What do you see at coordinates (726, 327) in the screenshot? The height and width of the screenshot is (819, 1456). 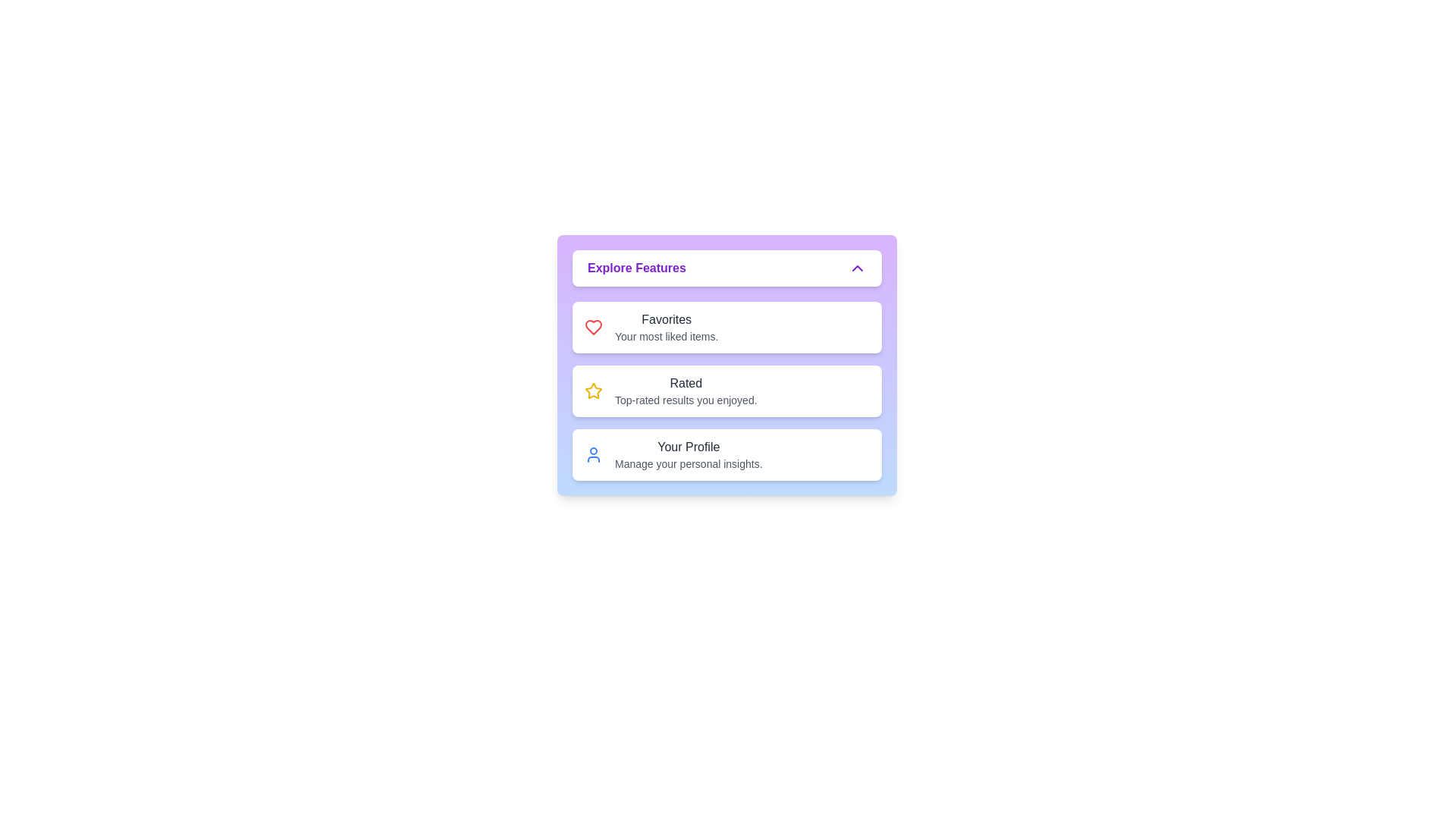 I see `the navigation button for displaying hover effects, which directs users to their most liked items within the application` at bounding box center [726, 327].